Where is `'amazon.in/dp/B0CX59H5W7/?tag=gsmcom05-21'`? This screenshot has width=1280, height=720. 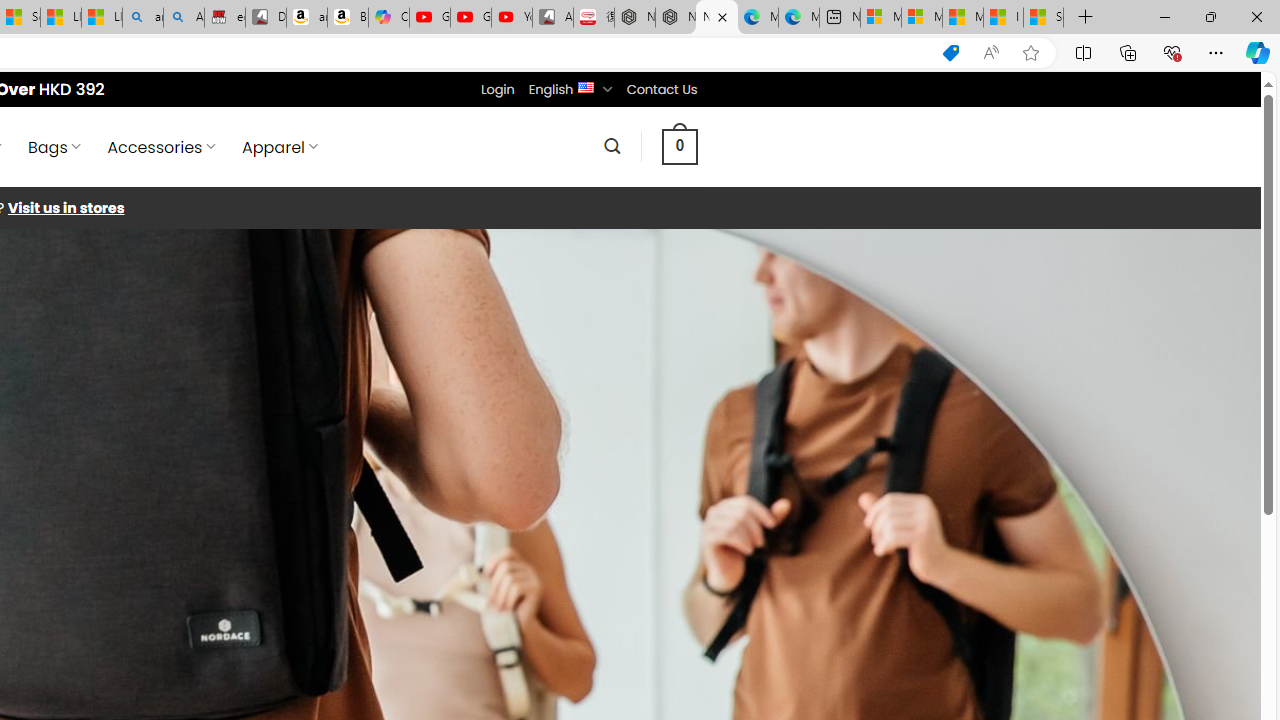
'amazon.in/dp/B0CX59H5W7/?tag=gsmcom05-21' is located at coordinates (305, 17).